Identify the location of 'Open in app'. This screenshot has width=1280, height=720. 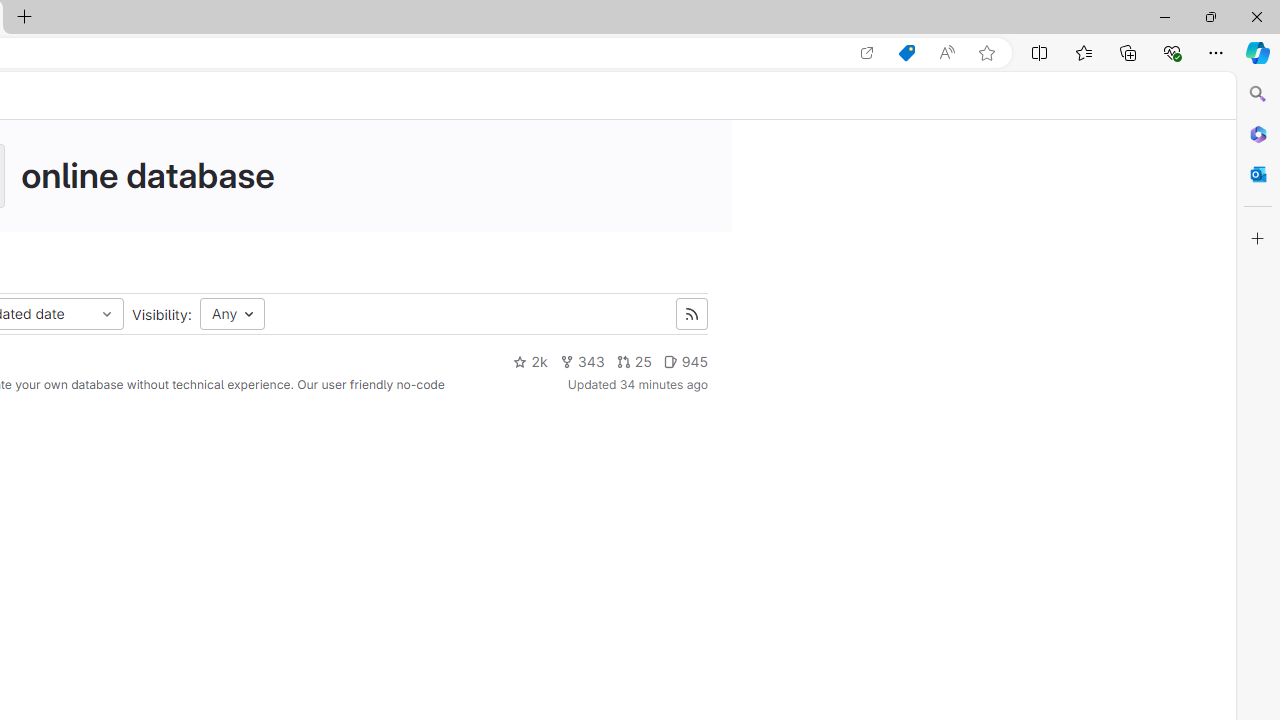
(867, 52).